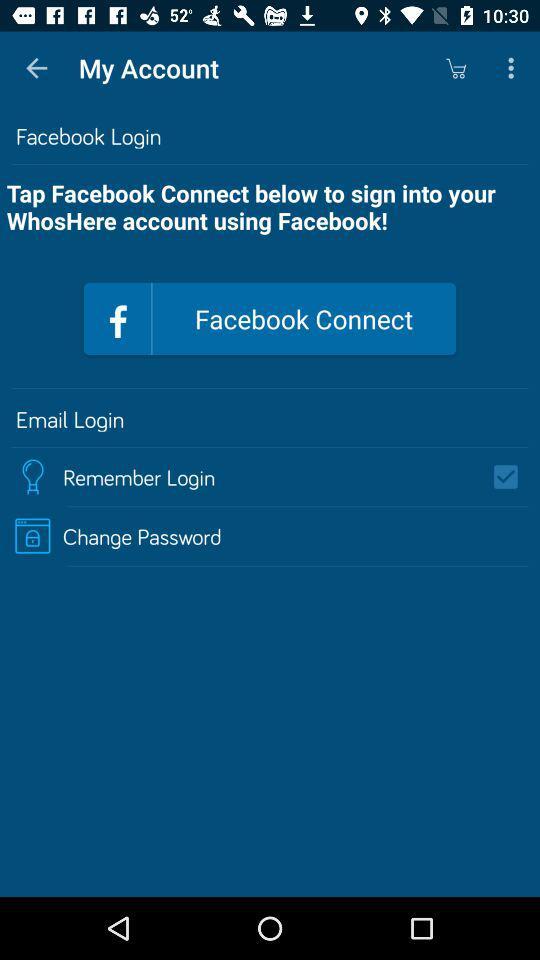 This screenshot has width=540, height=960. I want to click on icon next to the remember login, so click(512, 477).